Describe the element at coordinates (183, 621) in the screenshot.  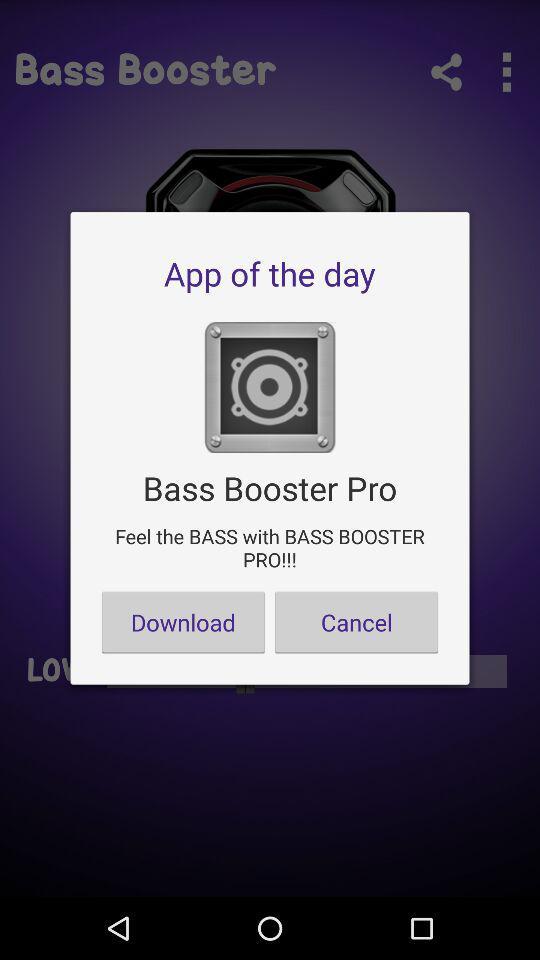
I see `download icon` at that location.